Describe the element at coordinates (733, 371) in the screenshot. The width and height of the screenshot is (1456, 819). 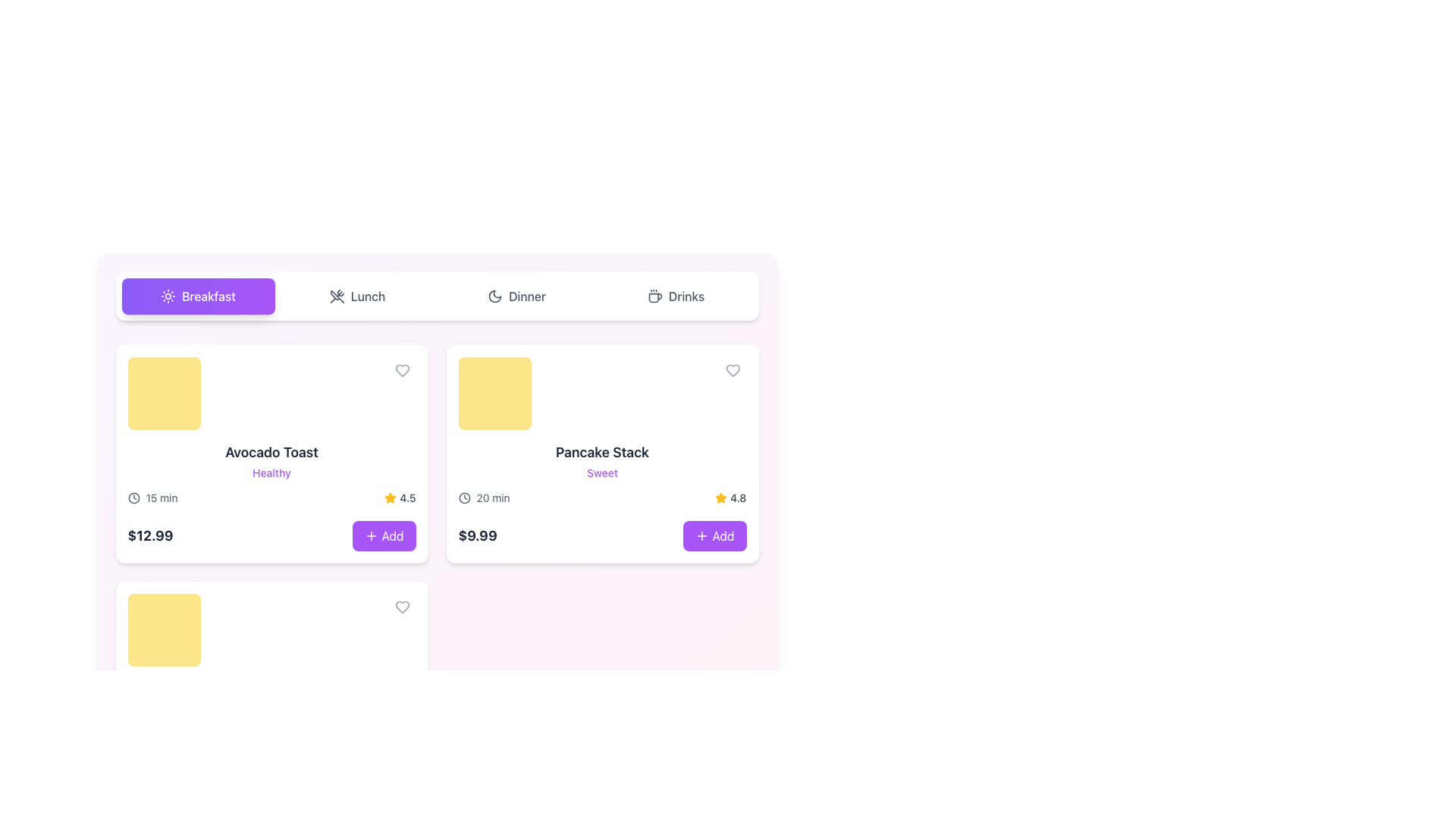
I see `the circular button with a heart icon located at the top-right corner of the 'Pancake Stack' product card` at that location.